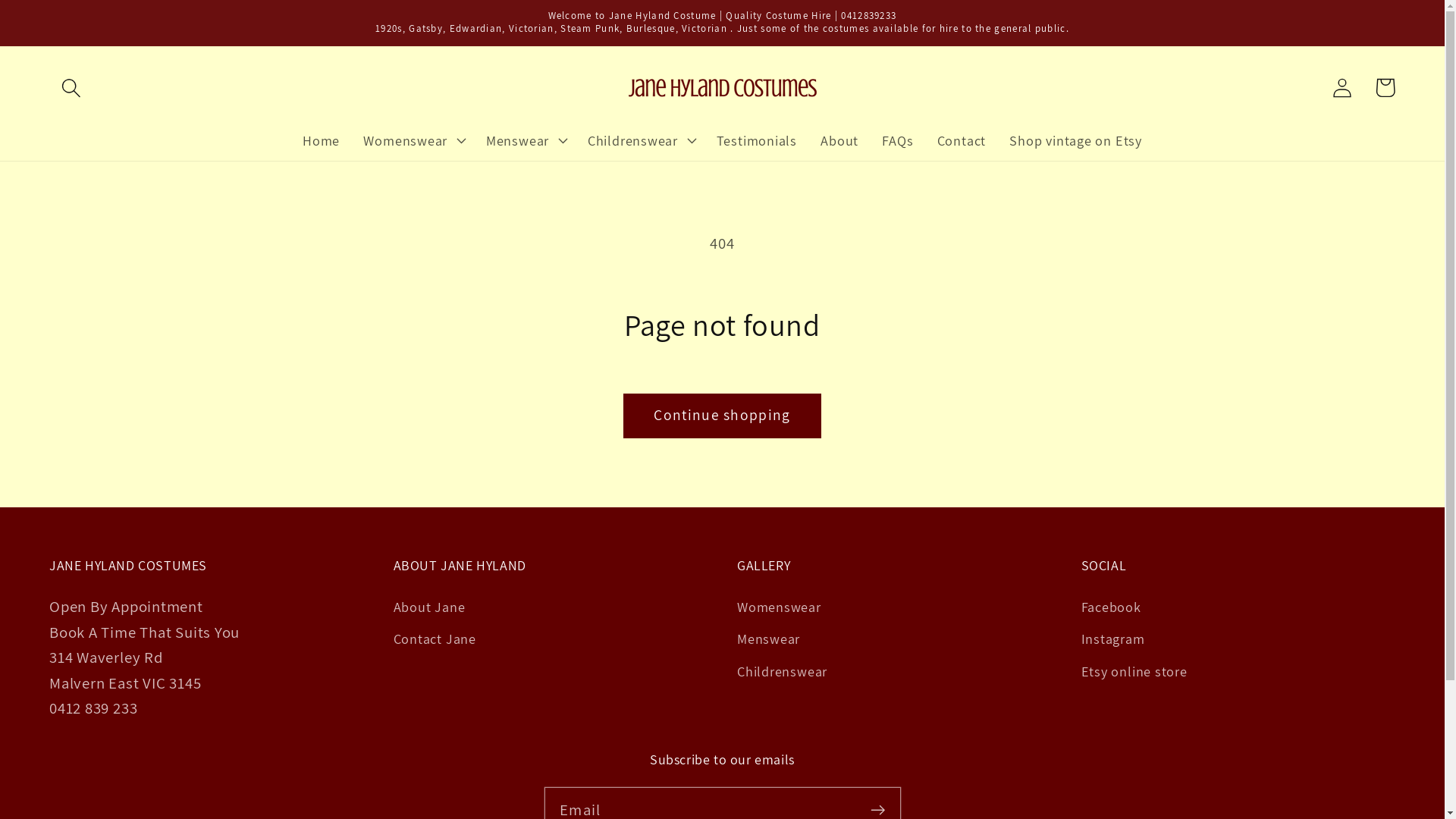 Image resolution: width=1456 pixels, height=819 pixels. I want to click on 'Menswear', so click(486, 140).